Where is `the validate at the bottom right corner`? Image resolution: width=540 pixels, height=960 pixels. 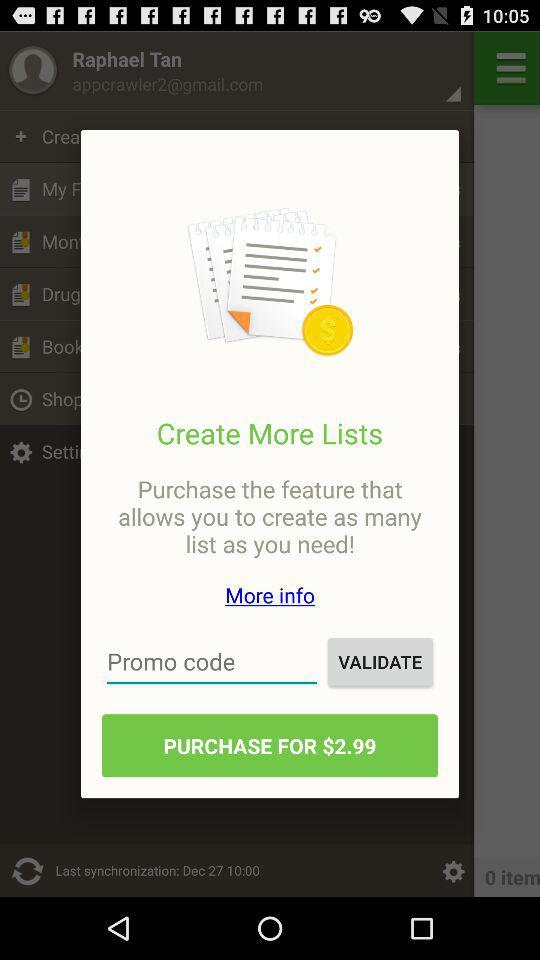
the validate at the bottom right corner is located at coordinates (380, 661).